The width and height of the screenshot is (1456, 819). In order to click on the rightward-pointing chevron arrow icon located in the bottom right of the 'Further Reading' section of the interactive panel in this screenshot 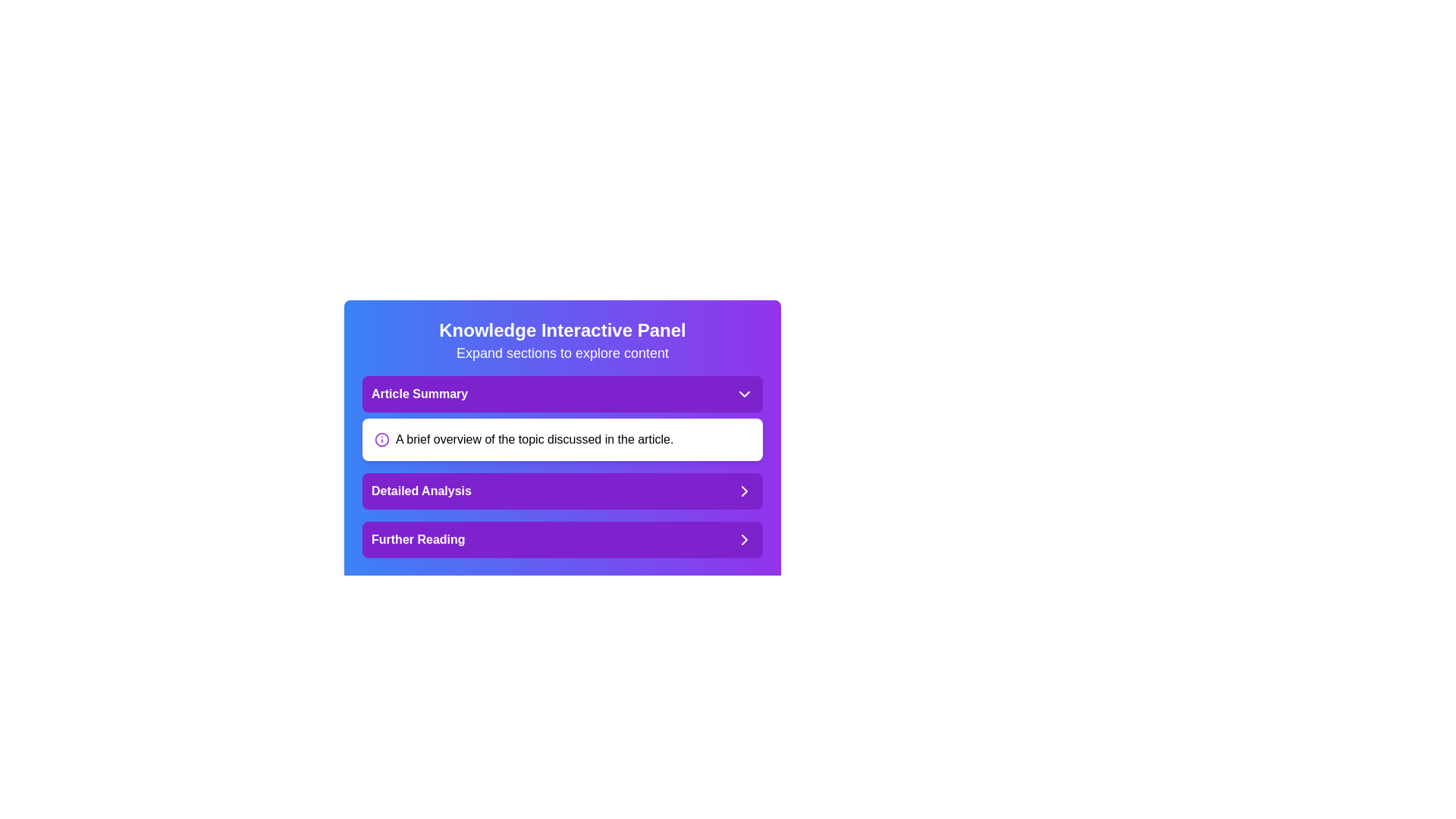, I will do `click(745, 539)`.